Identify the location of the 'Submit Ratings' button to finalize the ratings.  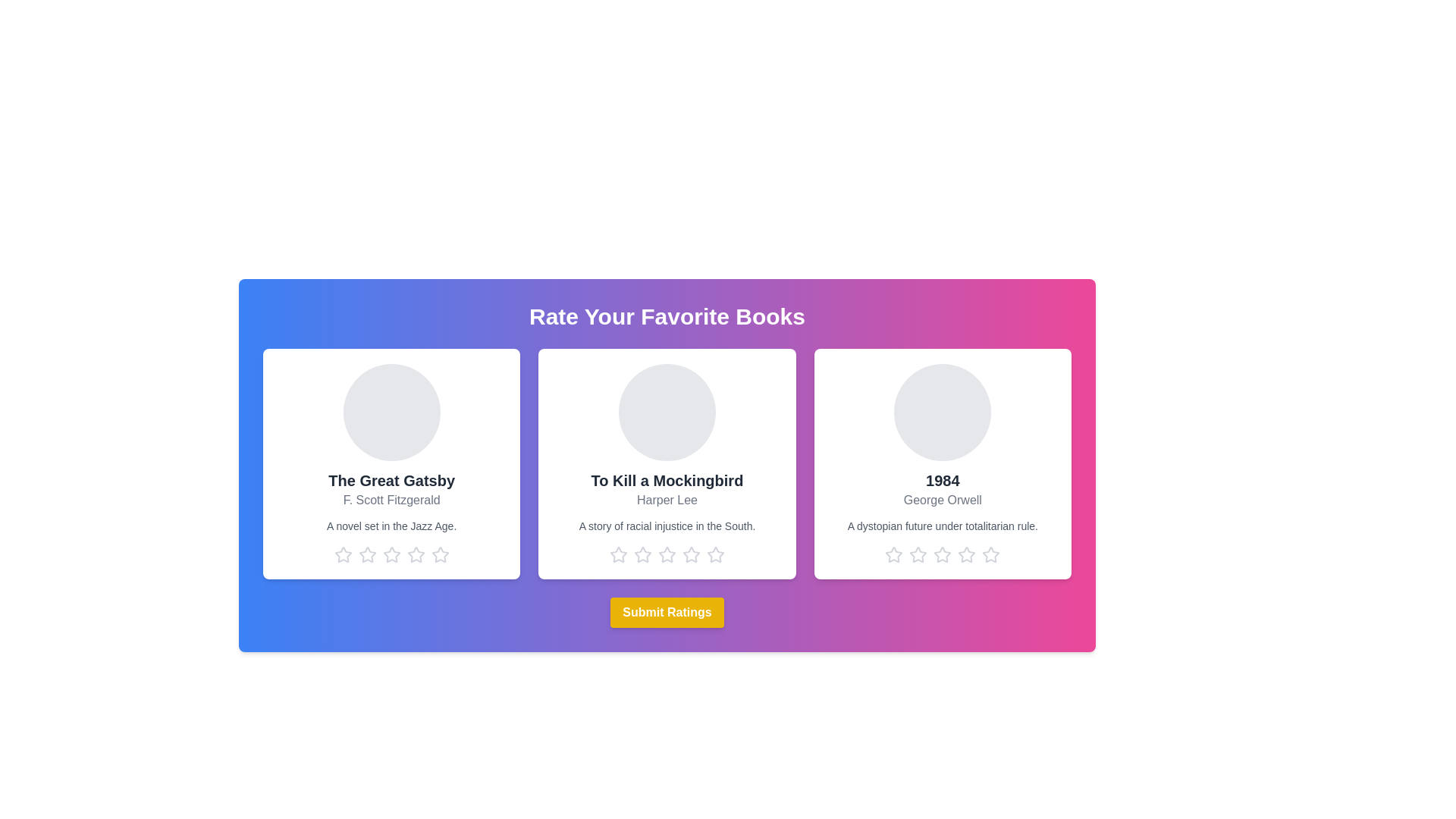
(667, 611).